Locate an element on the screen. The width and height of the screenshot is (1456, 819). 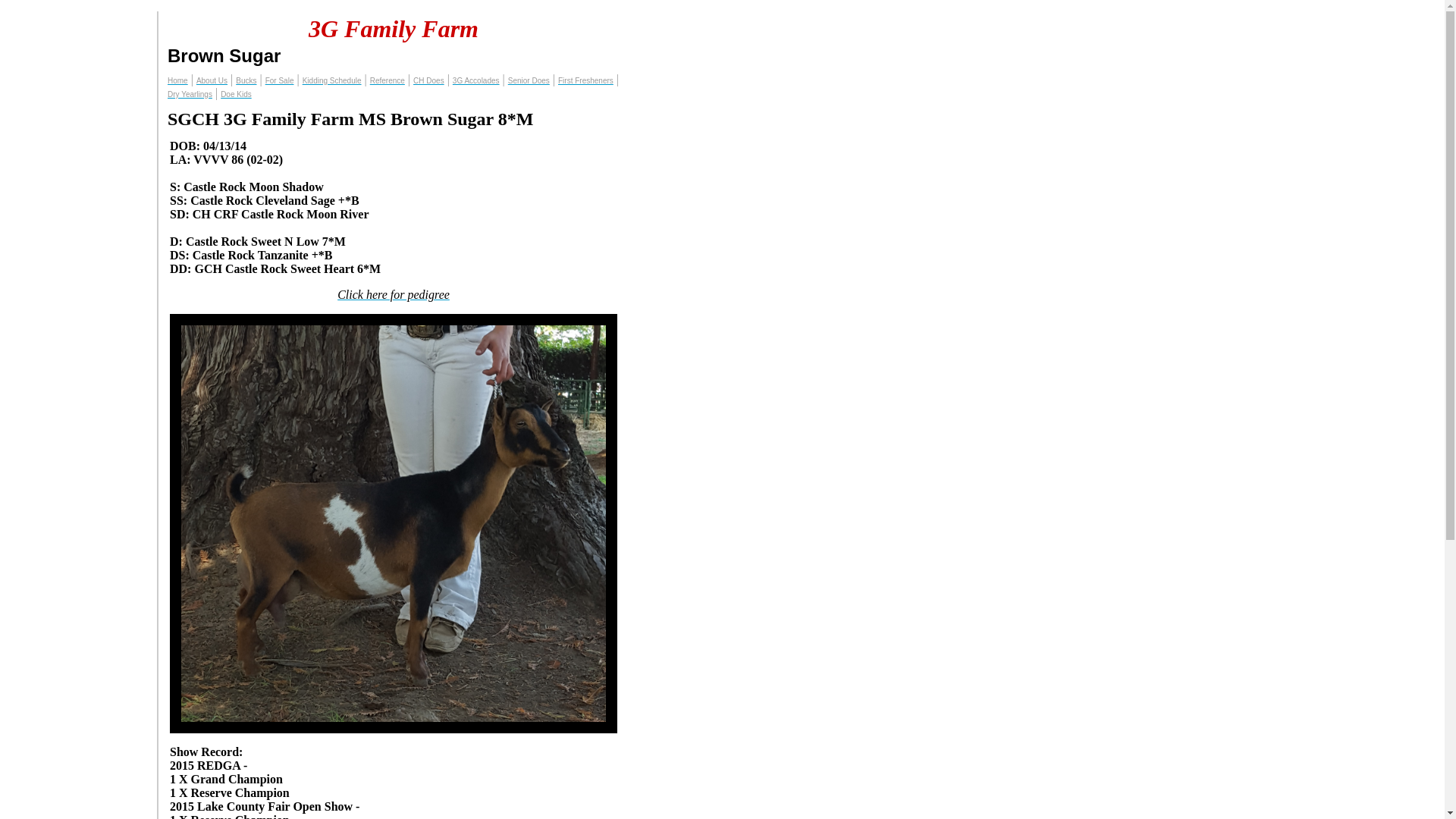
'First Fresheners' is located at coordinates (585, 80).